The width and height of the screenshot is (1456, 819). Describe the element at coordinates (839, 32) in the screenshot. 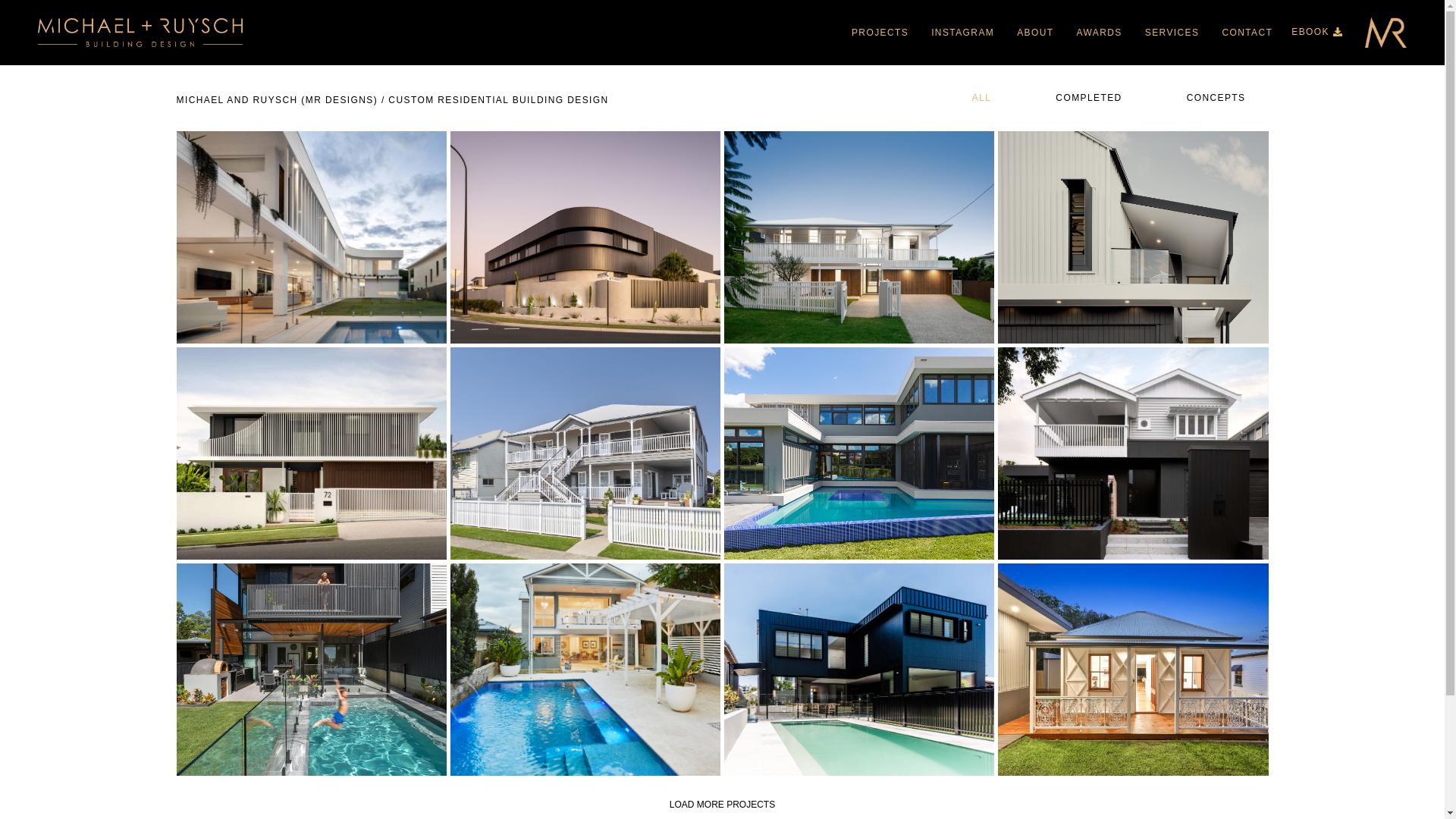

I see `'PROJECTS'` at that location.